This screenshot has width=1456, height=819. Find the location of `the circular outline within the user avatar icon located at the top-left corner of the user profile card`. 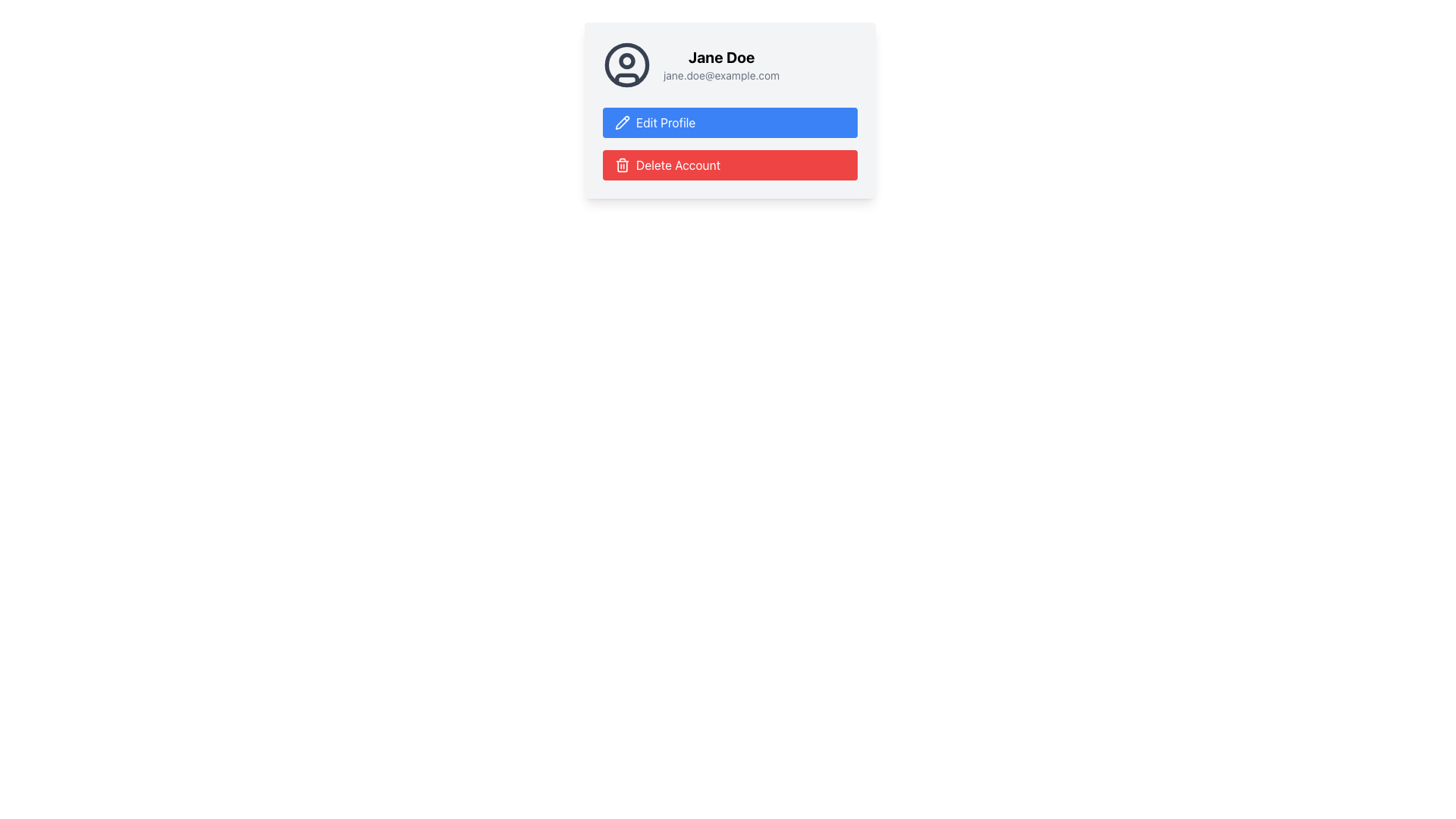

the circular outline within the user avatar icon located at the top-left corner of the user profile card is located at coordinates (626, 64).